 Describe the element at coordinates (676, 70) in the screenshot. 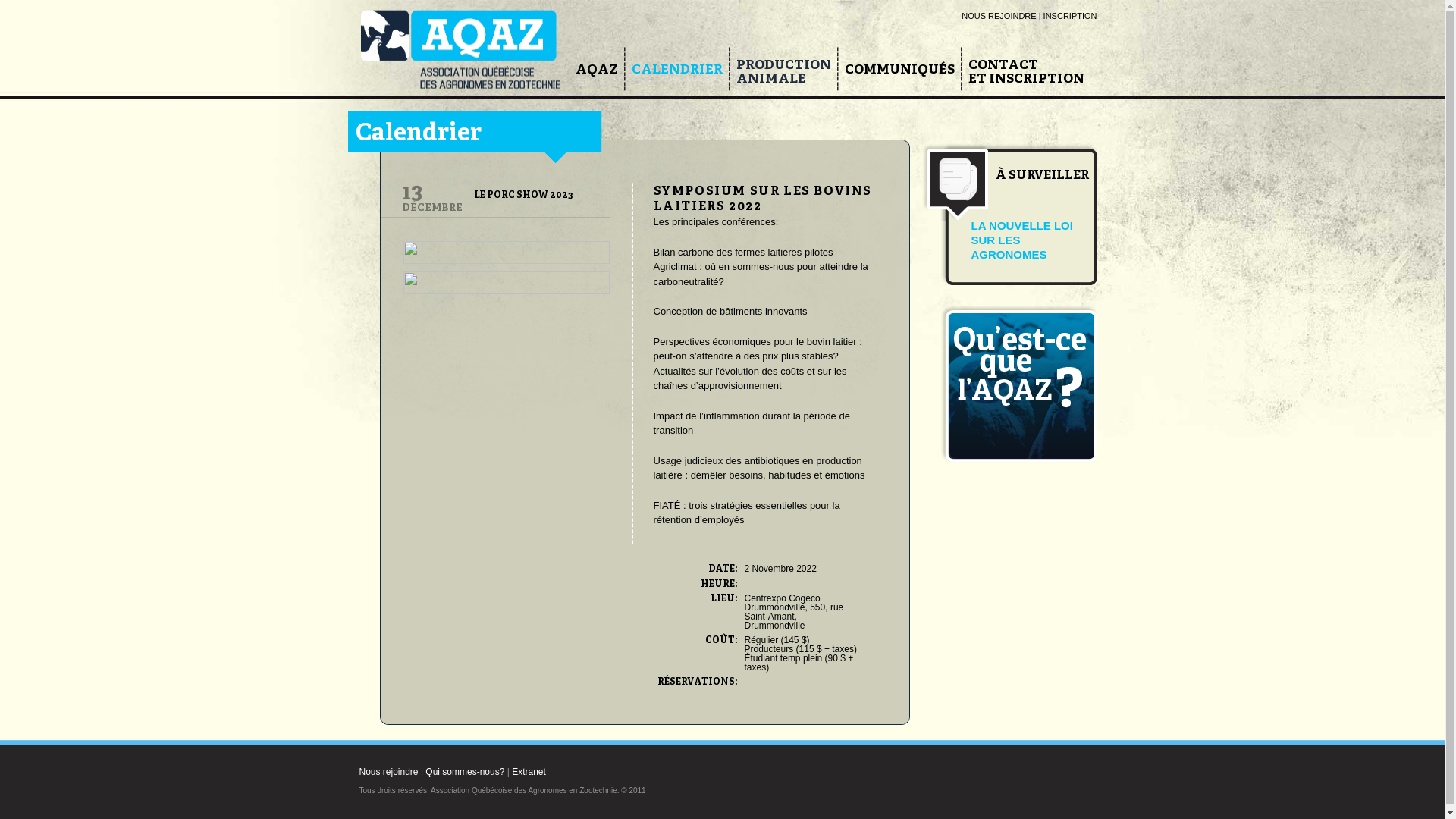

I see `'CALENDRIER'` at that location.